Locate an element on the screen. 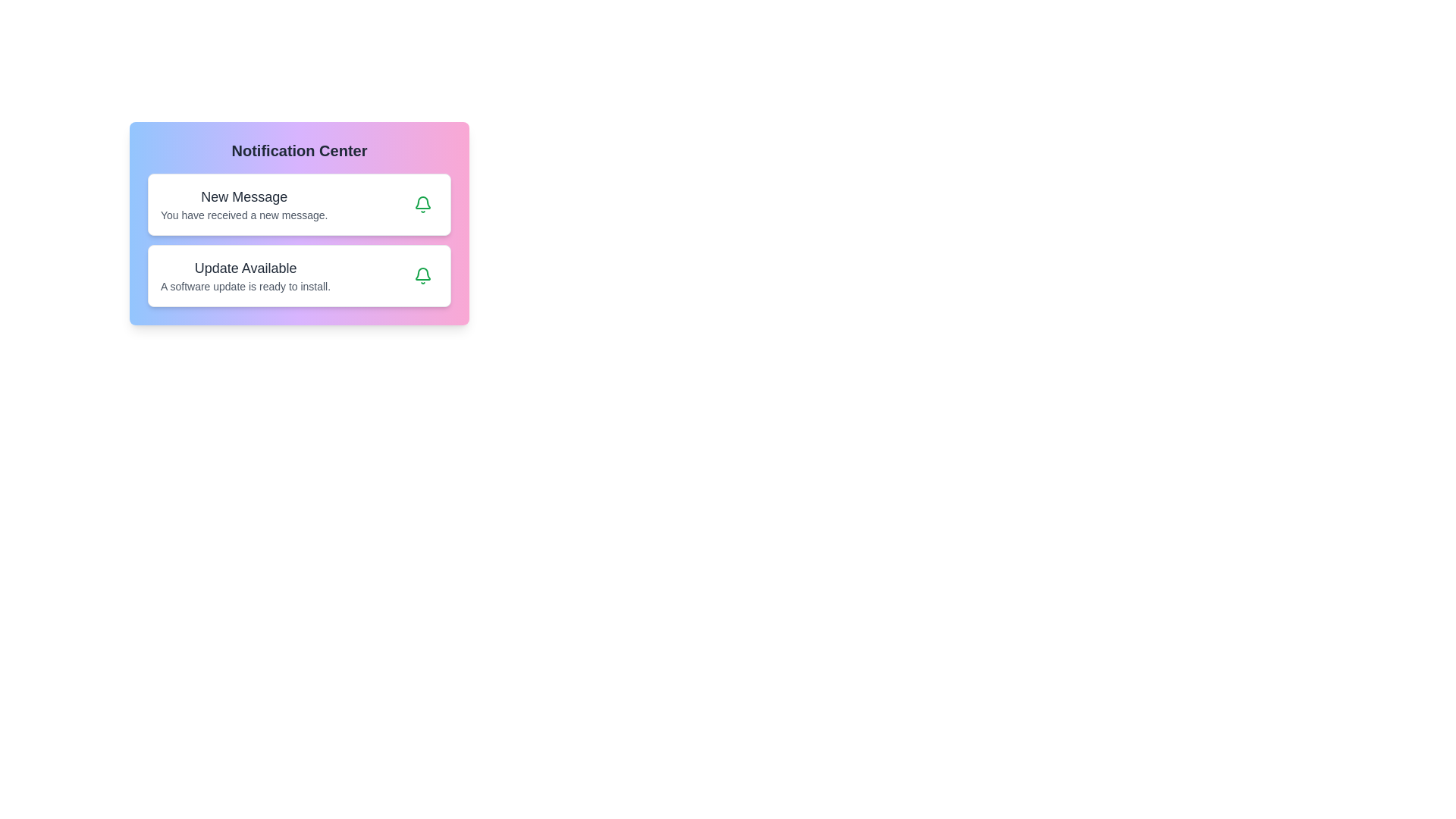  the text element that provides additional information about the update notification, located directly below the title 'Update Available' within the Notification Center widget is located at coordinates (246, 287).